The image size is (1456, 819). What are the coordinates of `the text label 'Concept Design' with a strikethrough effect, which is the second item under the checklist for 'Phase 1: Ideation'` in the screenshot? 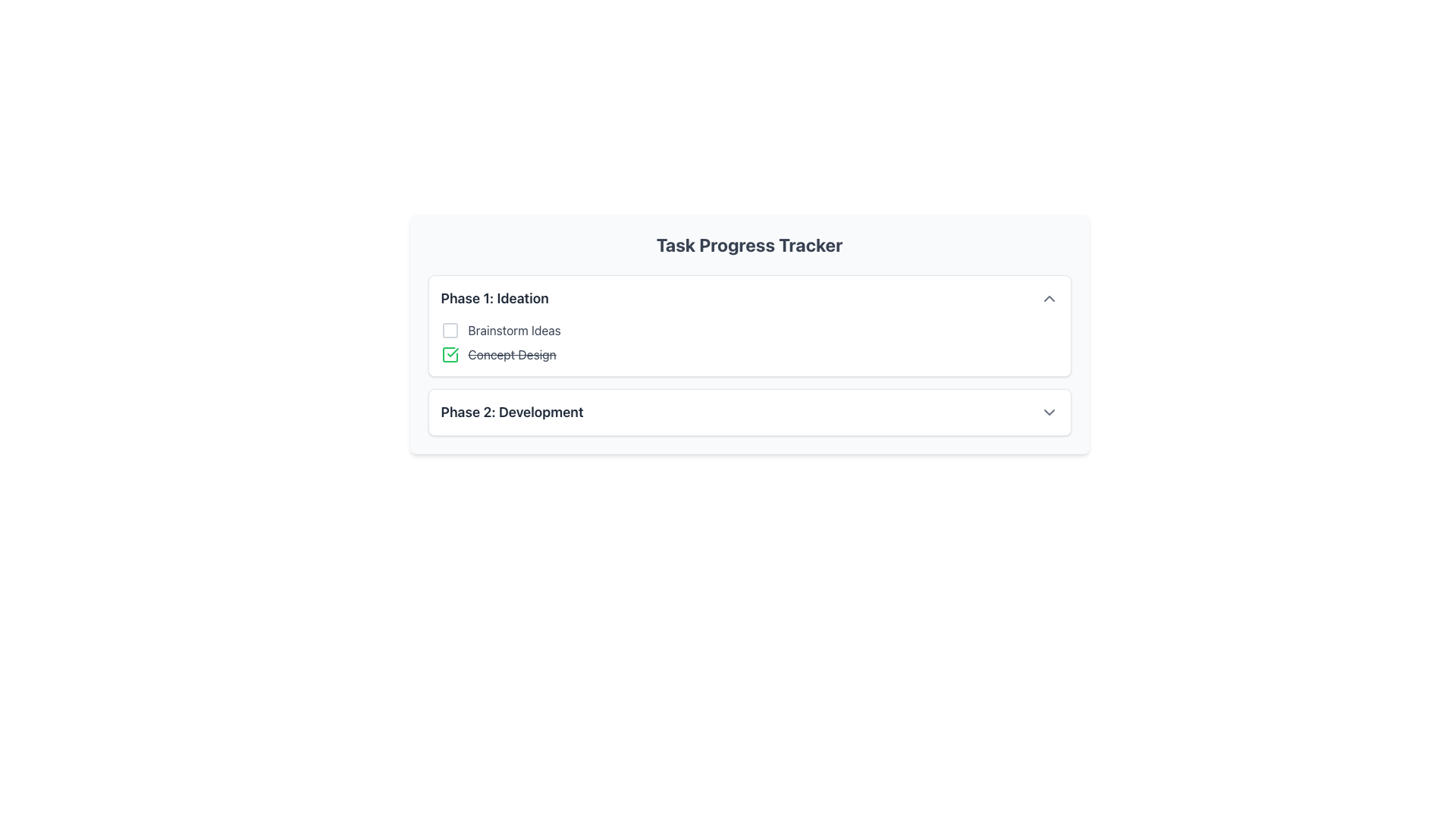 It's located at (512, 354).